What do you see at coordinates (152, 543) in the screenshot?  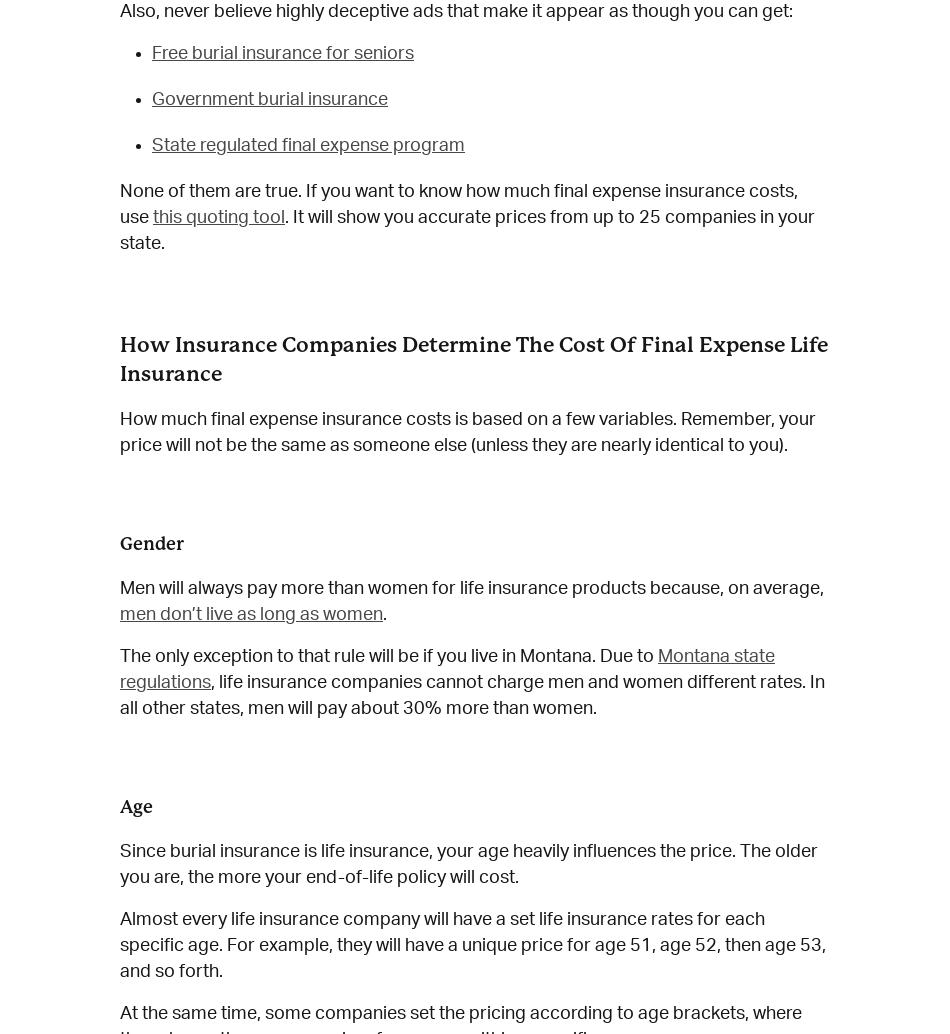 I see `'Gender'` at bounding box center [152, 543].